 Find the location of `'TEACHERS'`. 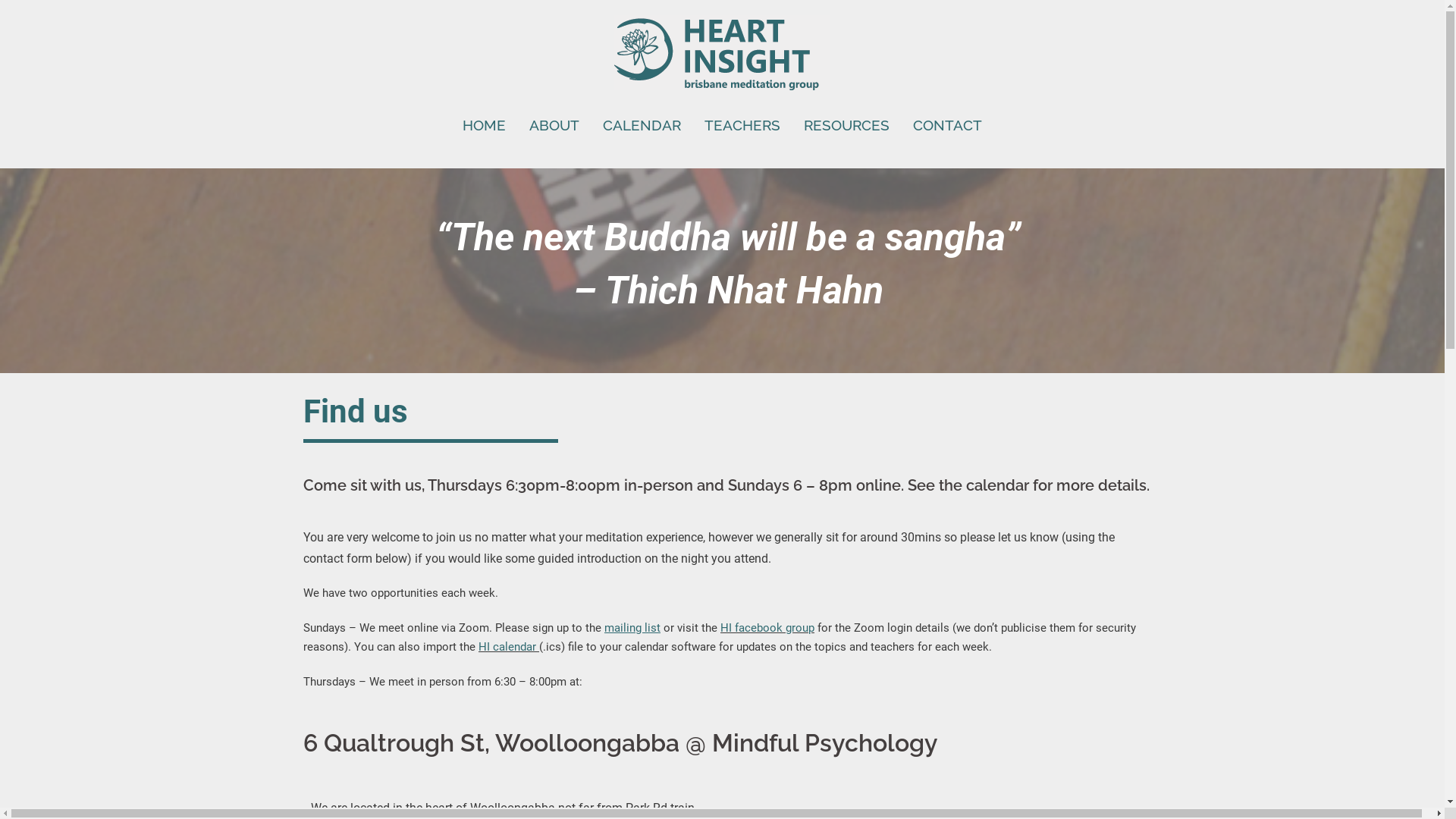

'TEACHERS' is located at coordinates (704, 124).